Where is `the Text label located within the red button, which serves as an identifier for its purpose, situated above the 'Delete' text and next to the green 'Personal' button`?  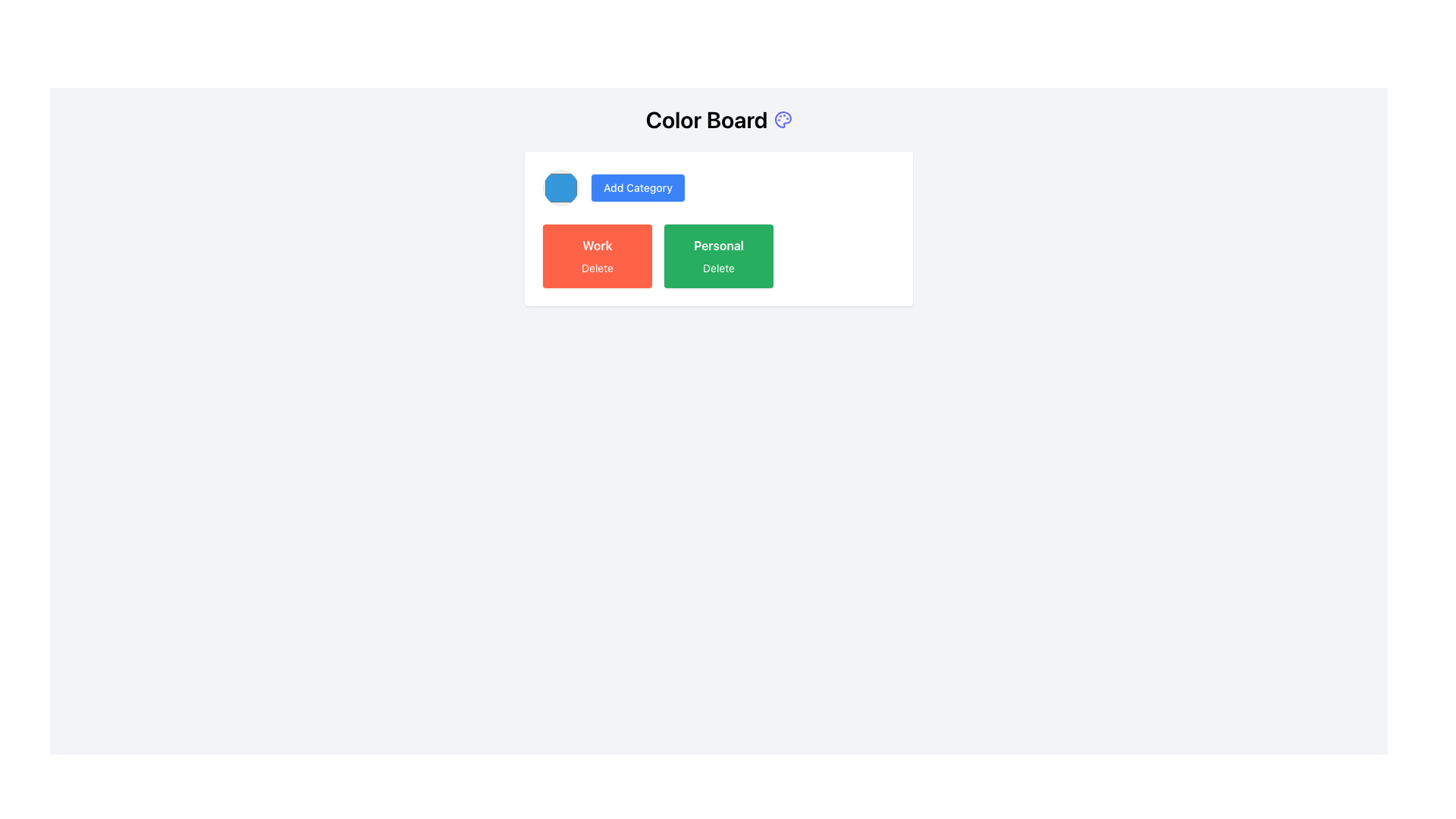
the Text label located within the red button, which serves as an identifier for its purpose, situated above the 'Delete' text and next to the green 'Personal' button is located at coordinates (596, 245).